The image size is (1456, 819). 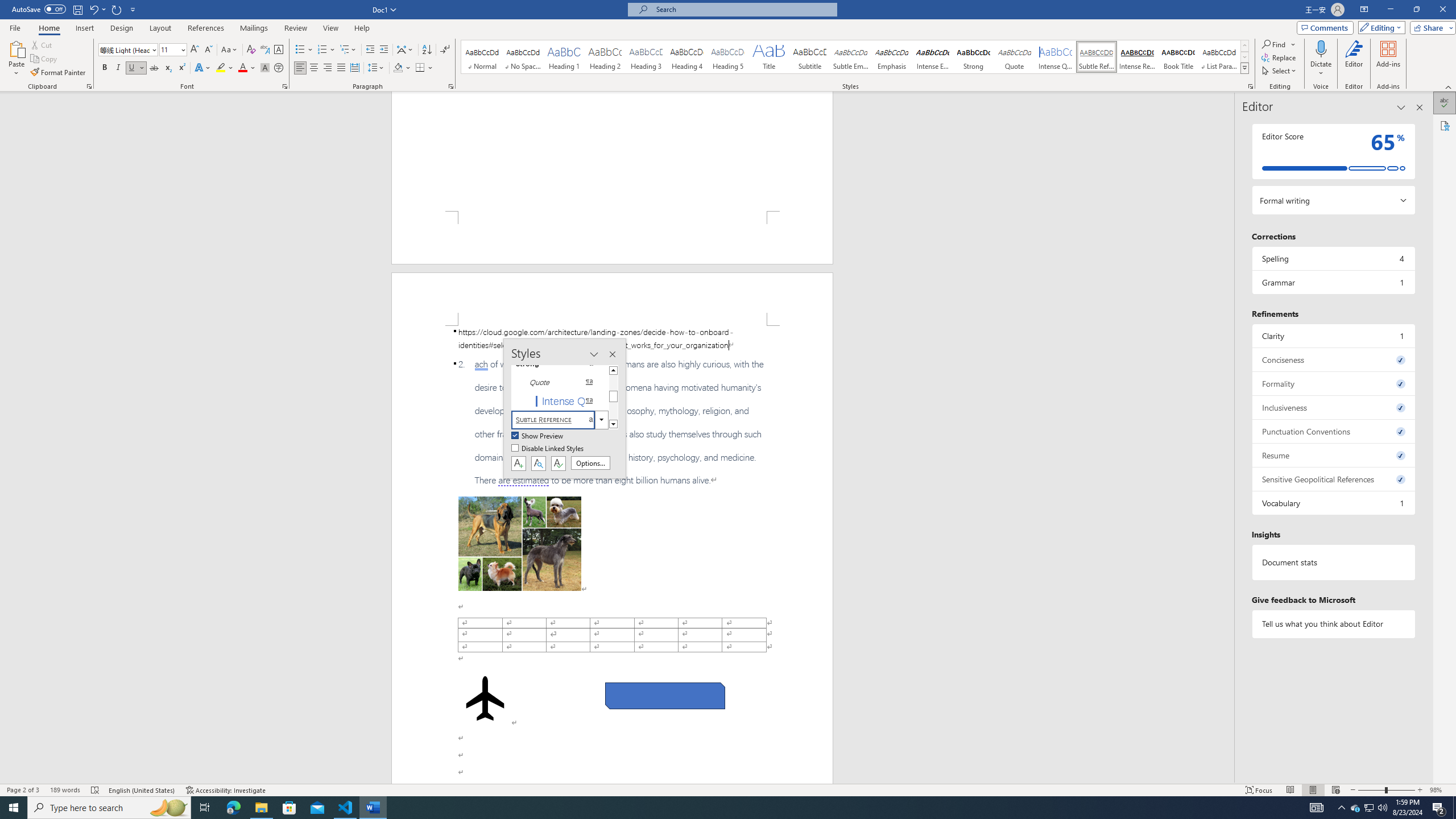 I want to click on 'Editor Score 65%', so click(x=1333, y=151).